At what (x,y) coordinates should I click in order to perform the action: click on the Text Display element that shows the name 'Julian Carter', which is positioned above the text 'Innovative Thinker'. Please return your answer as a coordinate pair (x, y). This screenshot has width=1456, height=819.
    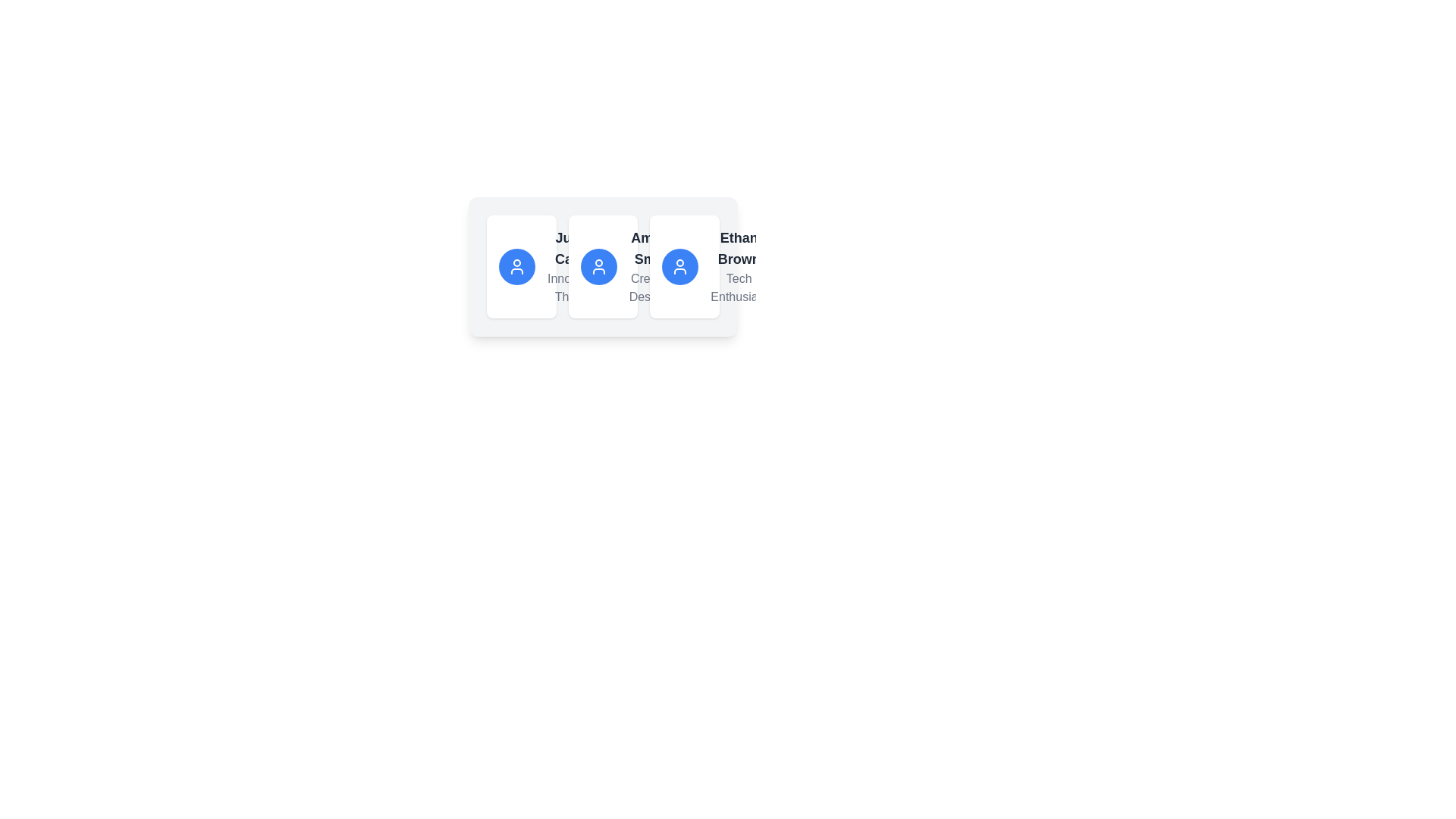
    Looking at the image, I should click on (574, 247).